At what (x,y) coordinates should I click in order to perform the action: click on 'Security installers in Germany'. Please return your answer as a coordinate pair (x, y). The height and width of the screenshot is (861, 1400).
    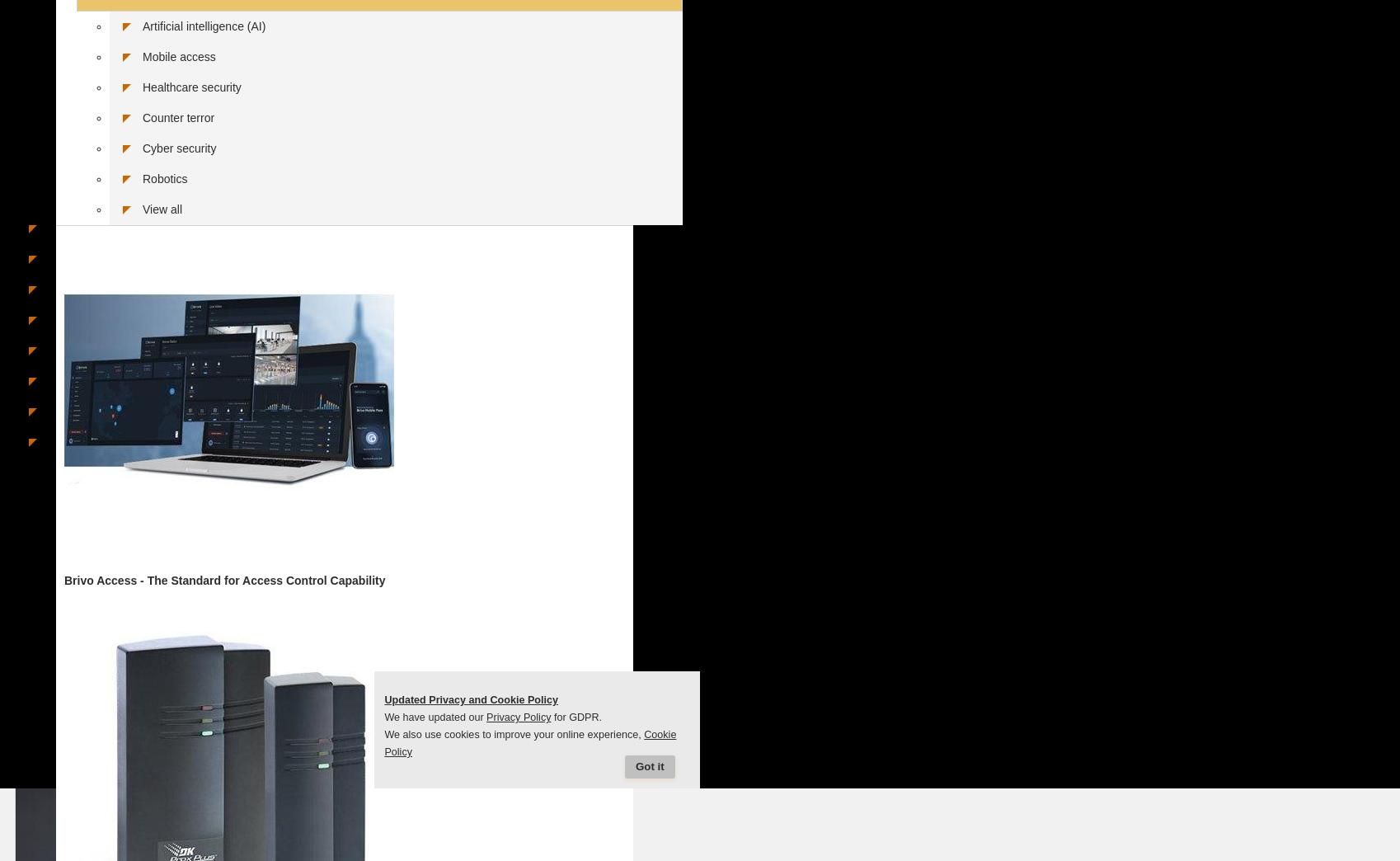
    Looking at the image, I should click on (124, 318).